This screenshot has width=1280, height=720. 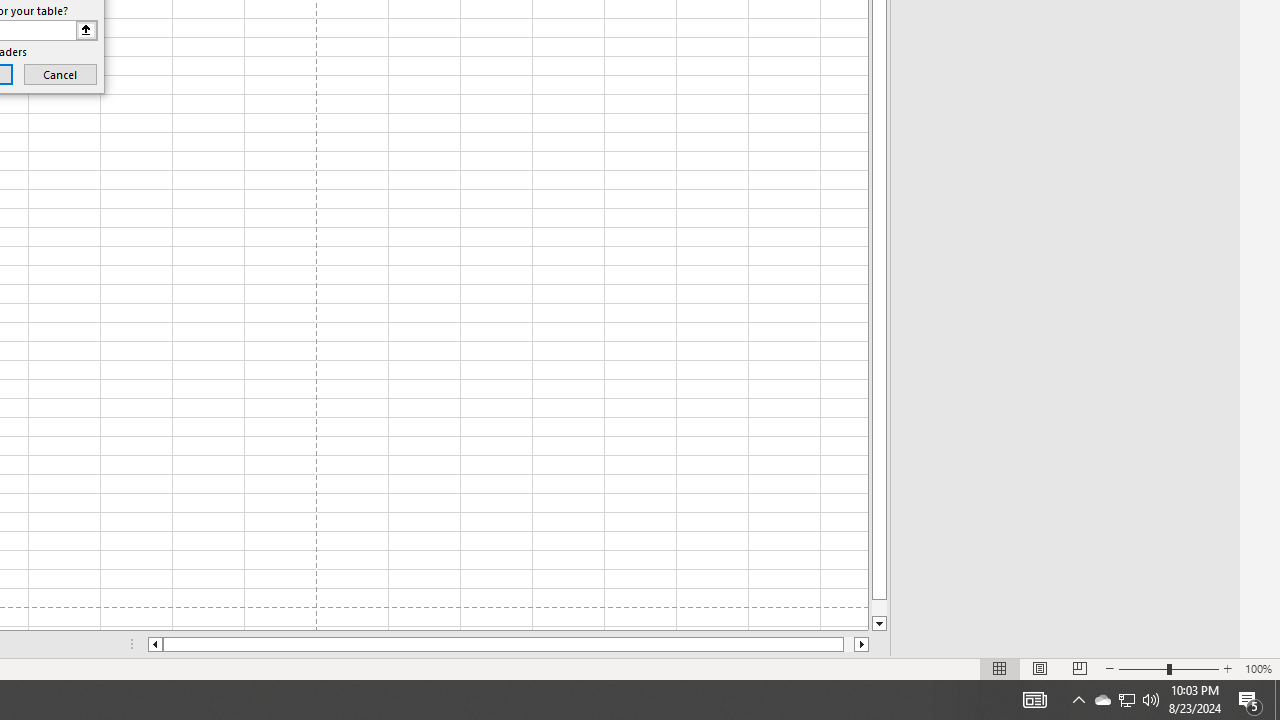 What do you see at coordinates (1226, 669) in the screenshot?
I see `'Zoom In'` at bounding box center [1226, 669].